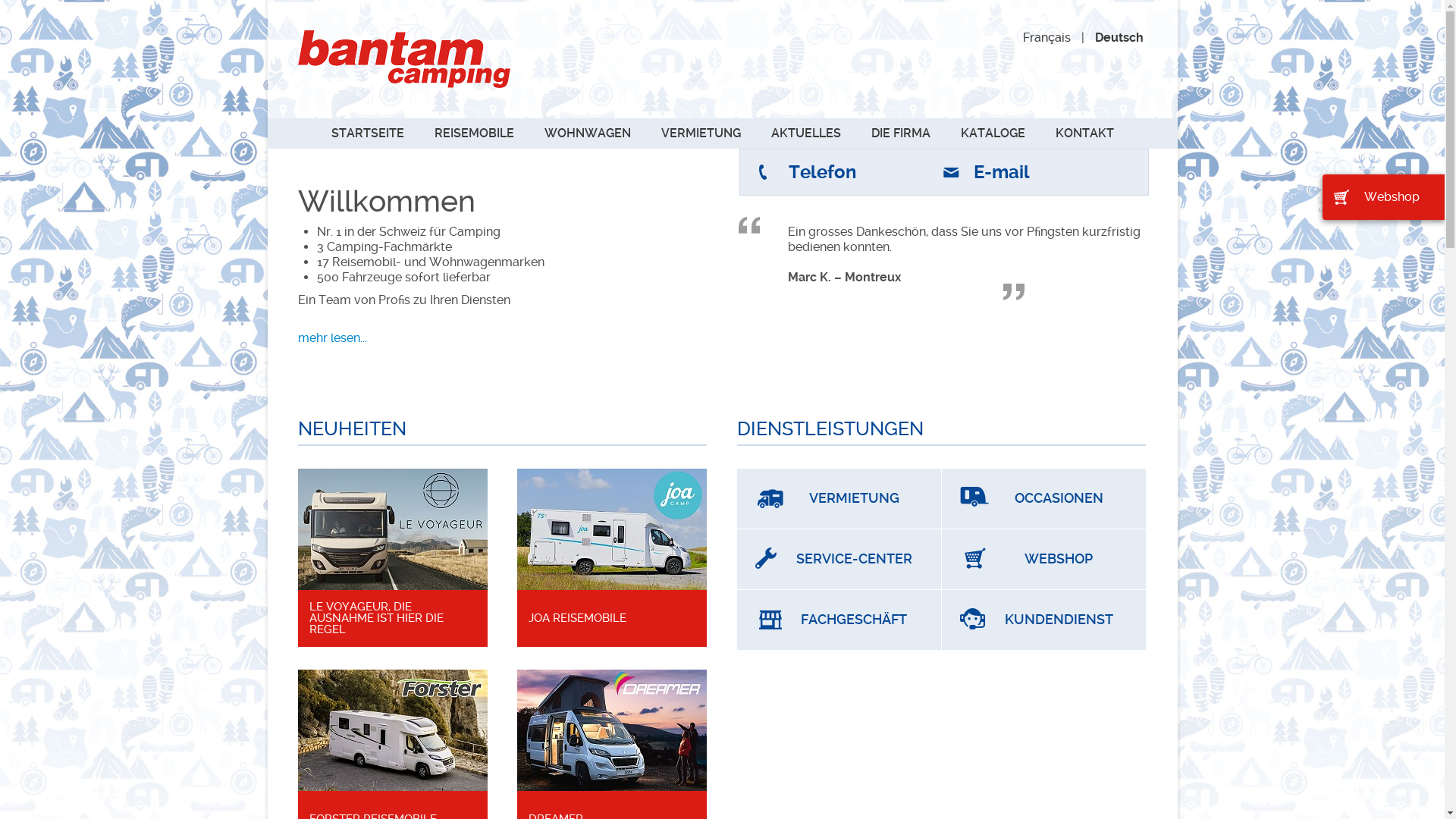  I want to click on 'REISEMOBILE', so click(472, 133).